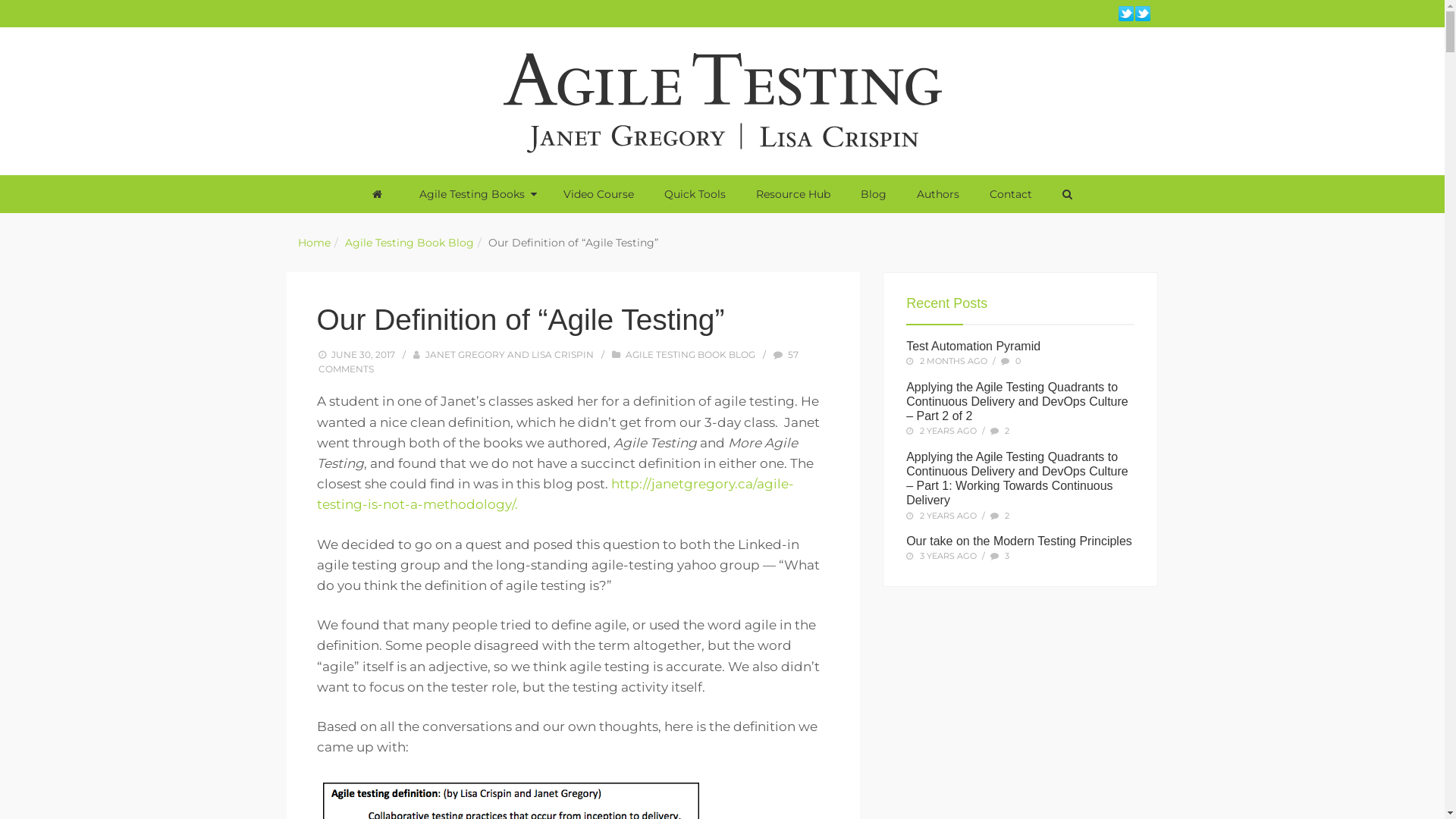 Image resolution: width=1456 pixels, height=819 pixels. Describe the element at coordinates (1125, 14) in the screenshot. I see `'Twitter | Lisa Crispin'` at that location.